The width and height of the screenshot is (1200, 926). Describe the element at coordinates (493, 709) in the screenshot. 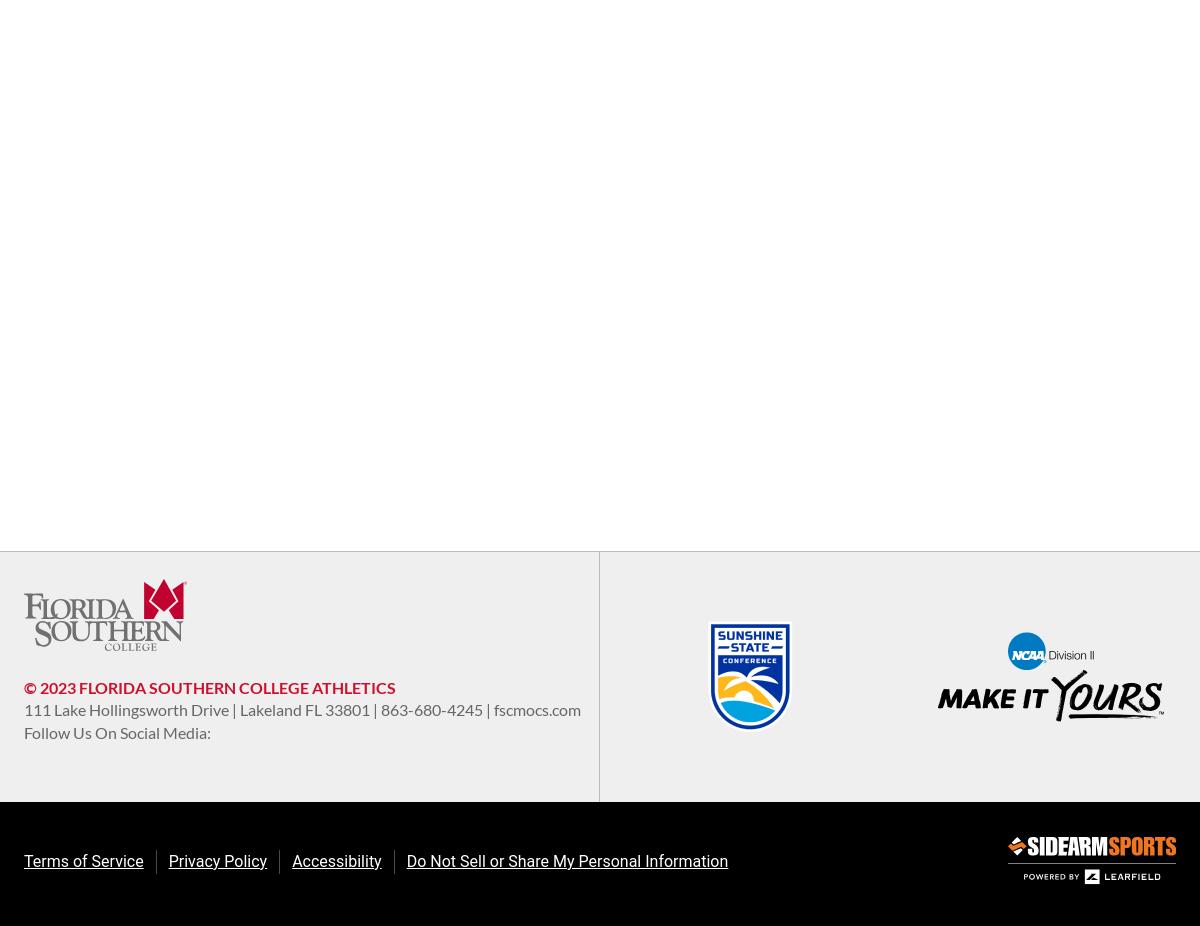

I see `'fscmocs.com'` at that location.